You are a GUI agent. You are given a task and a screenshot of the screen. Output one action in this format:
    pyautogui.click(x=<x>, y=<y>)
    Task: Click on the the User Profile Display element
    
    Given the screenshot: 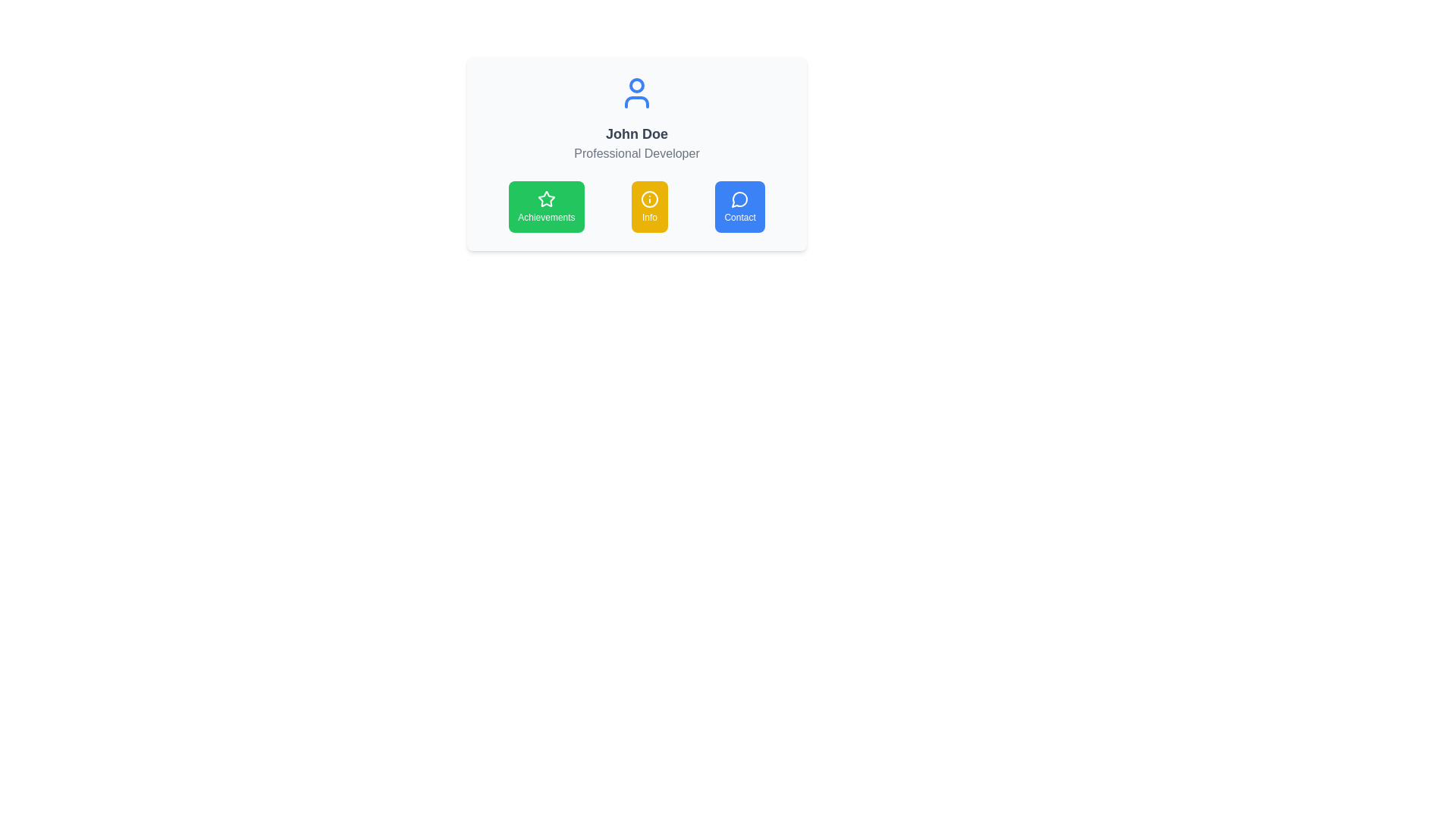 What is the action you would take?
    pyautogui.click(x=637, y=118)
    